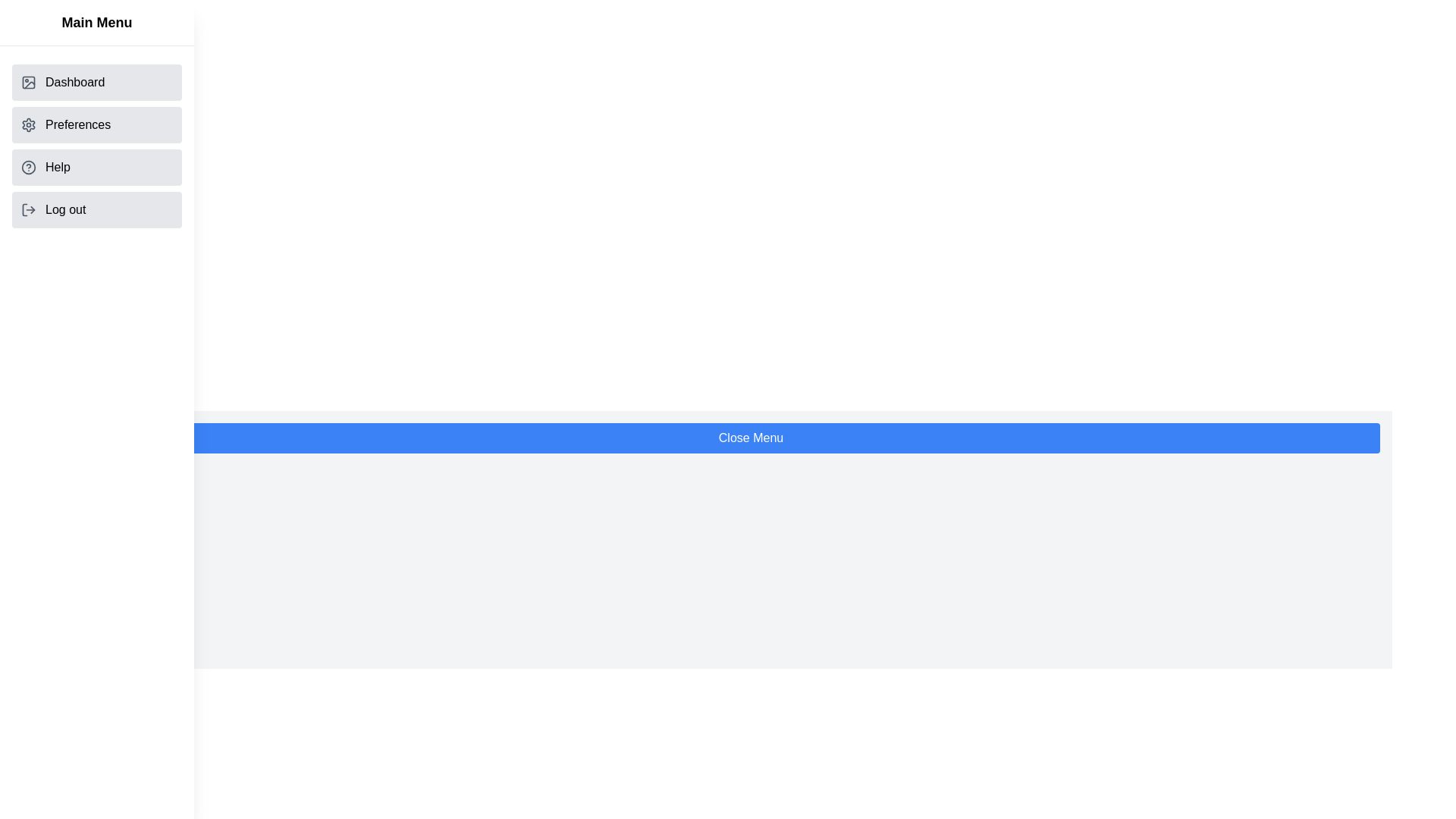 The height and width of the screenshot is (819, 1456). Describe the element at coordinates (96, 210) in the screenshot. I see `the 'Log out' option in the menu` at that location.